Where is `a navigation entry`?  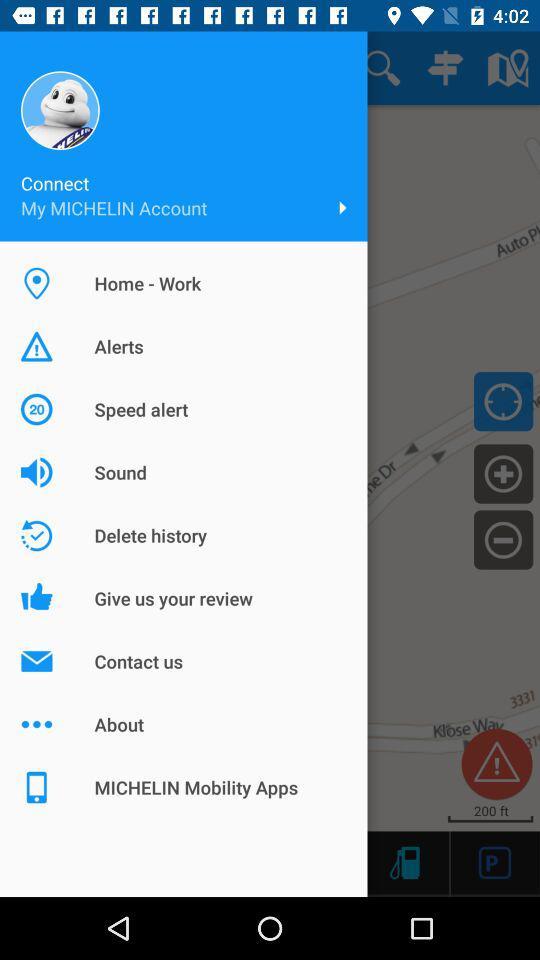 a navigation entry is located at coordinates (502, 473).